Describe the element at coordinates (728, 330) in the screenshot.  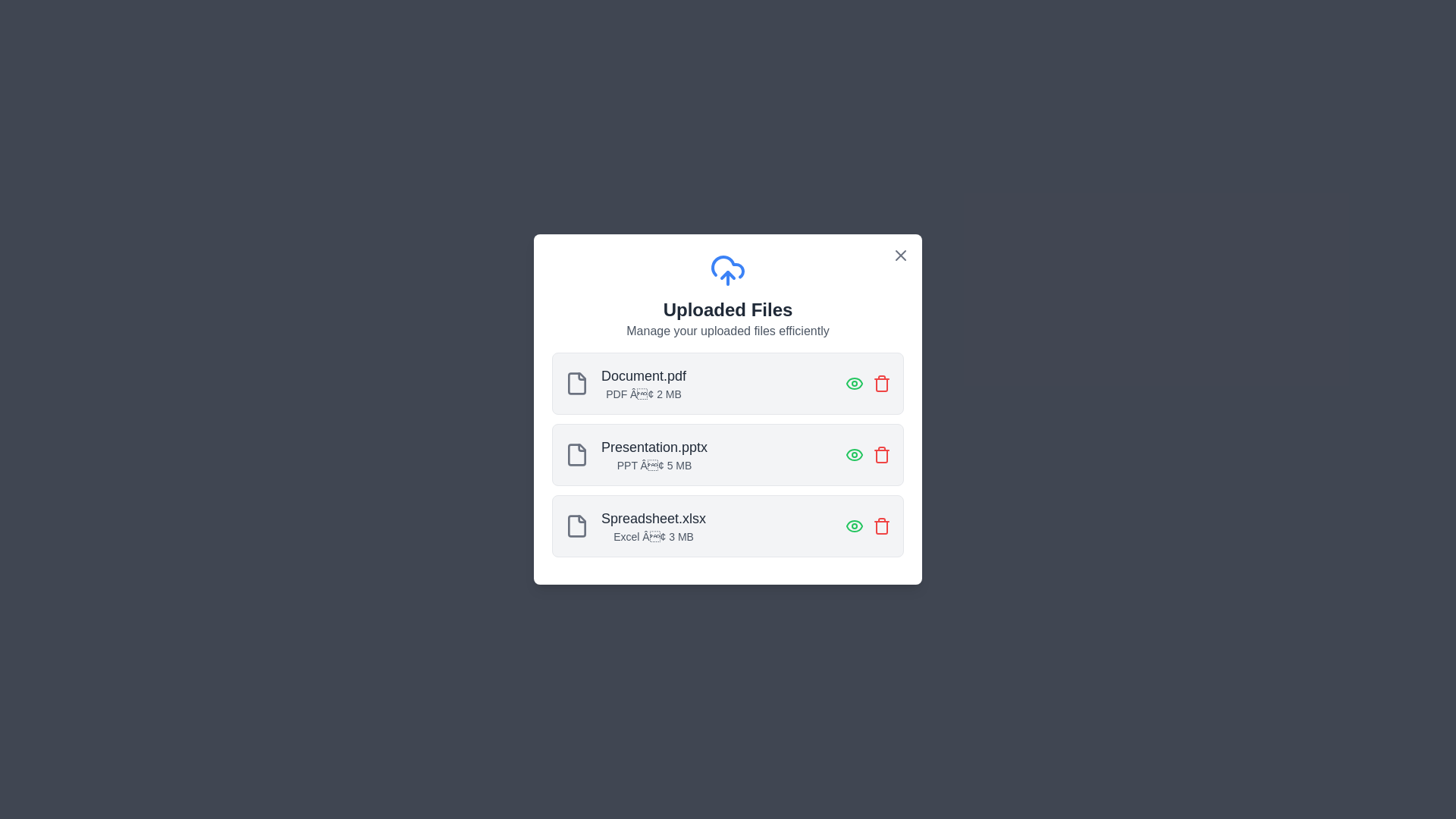
I see `the static text label that provides guidance on managing uploaded files, positioned below the title 'Uploaded Files' in the modal interface` at that location.